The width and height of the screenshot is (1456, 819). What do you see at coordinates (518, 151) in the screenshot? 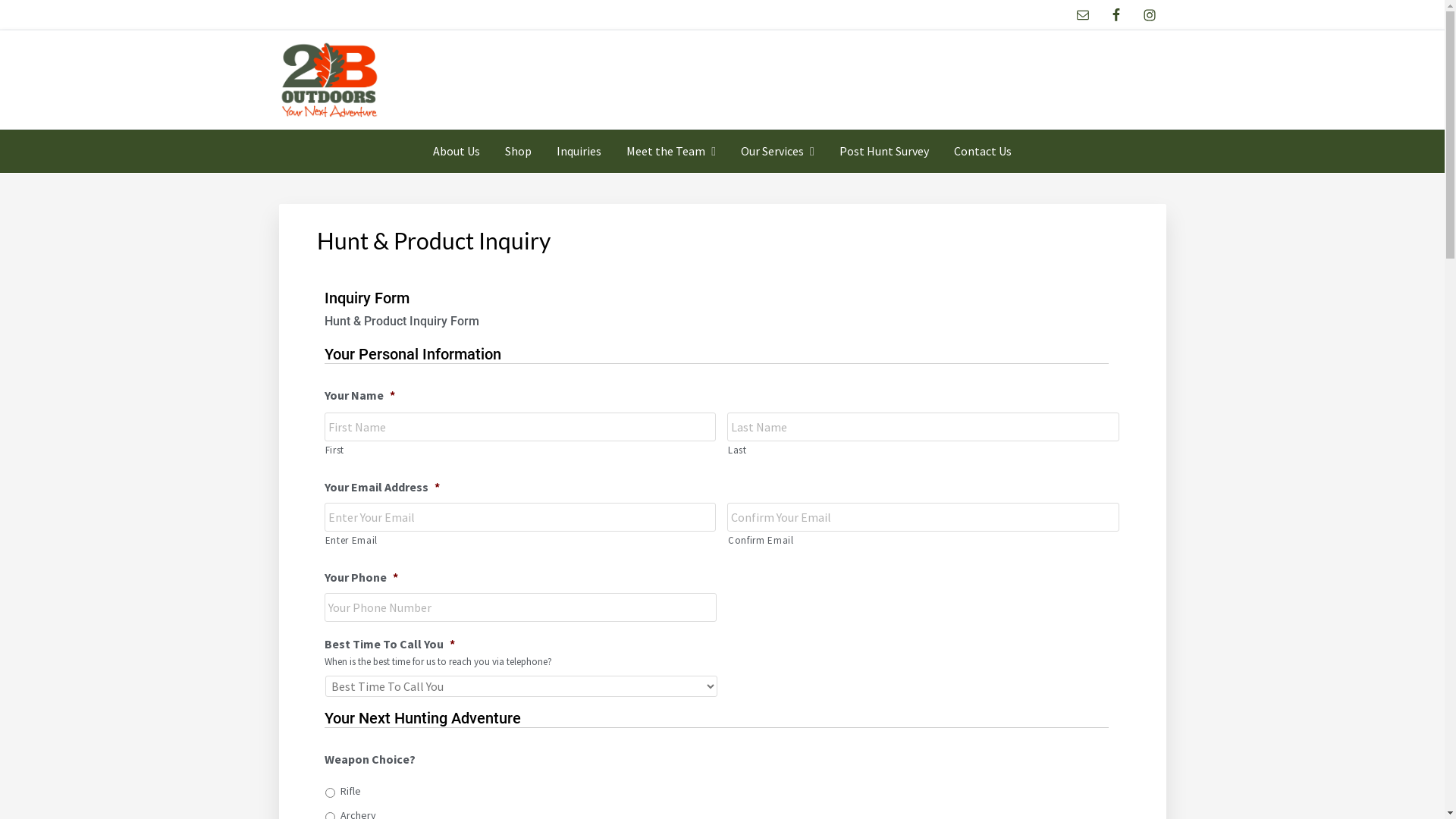
I see `'Shop'` at bounding box center [518, 151].